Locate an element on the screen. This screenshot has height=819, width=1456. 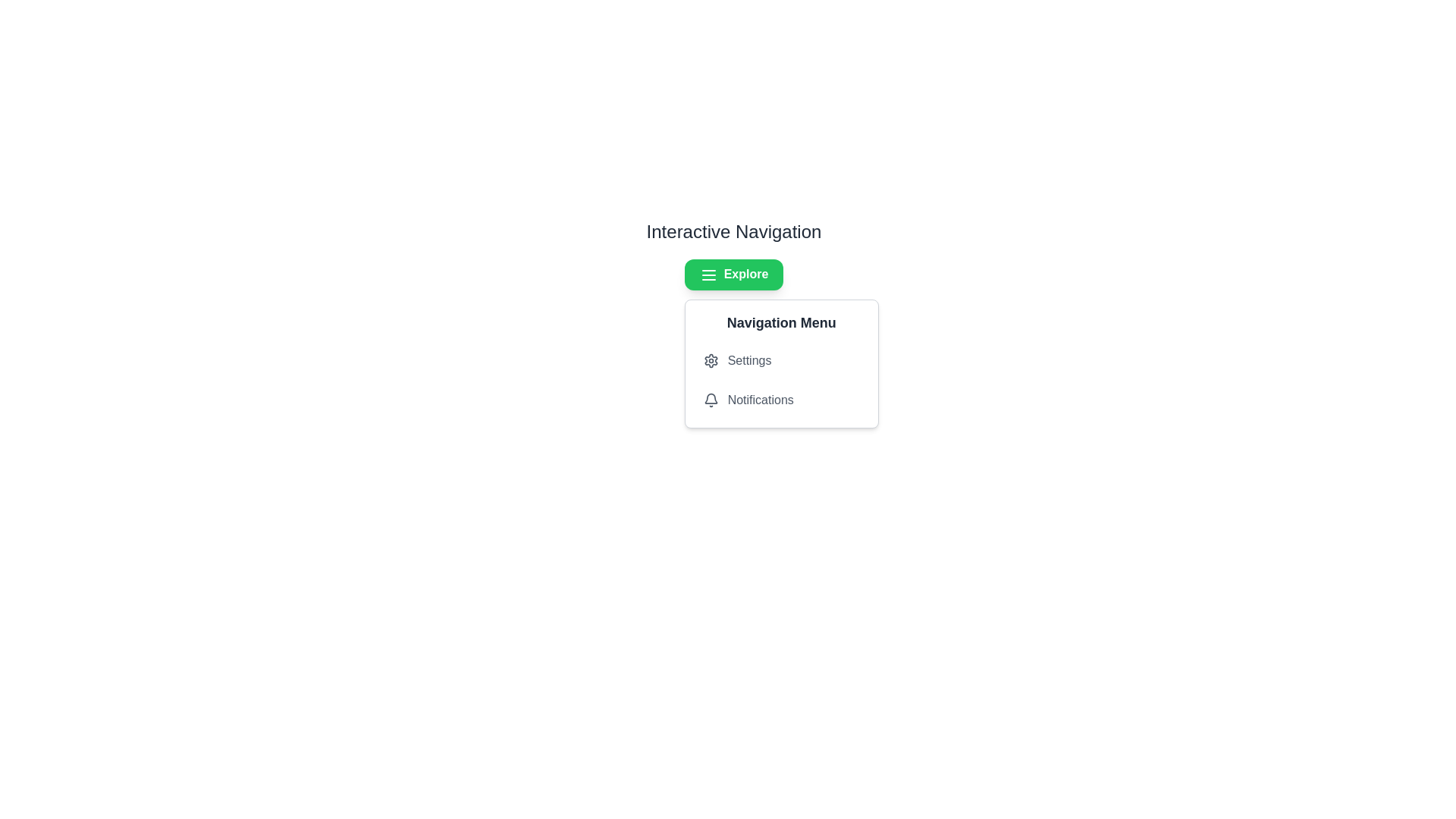
the Label that serves as a heading for the dropdown menu, positioned above the 'Settings' and 'Notifications' items is located at coordinates (781, 322).